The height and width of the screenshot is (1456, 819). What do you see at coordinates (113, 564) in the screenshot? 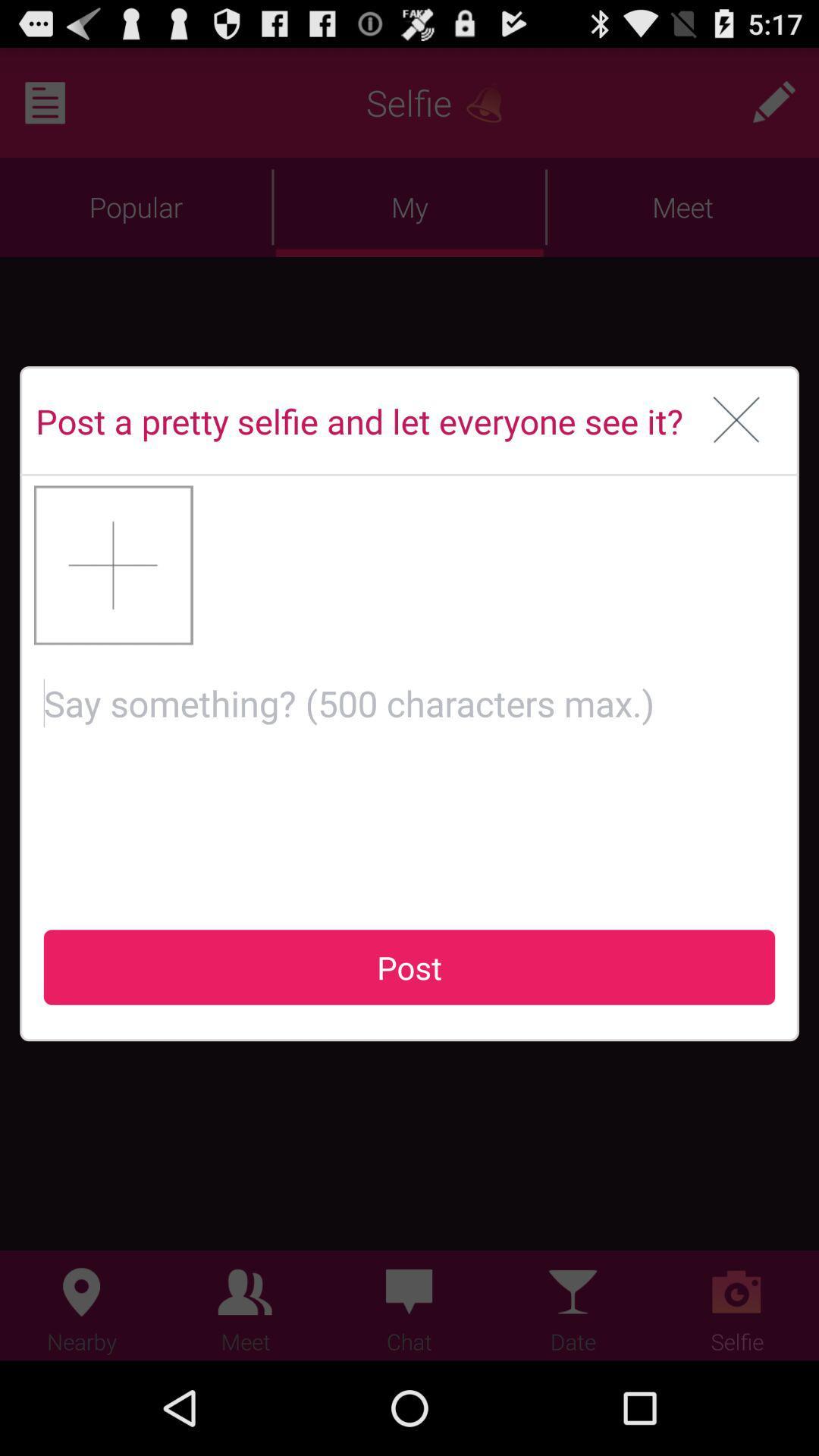
I see `adding` at bounding box center [113, 564].